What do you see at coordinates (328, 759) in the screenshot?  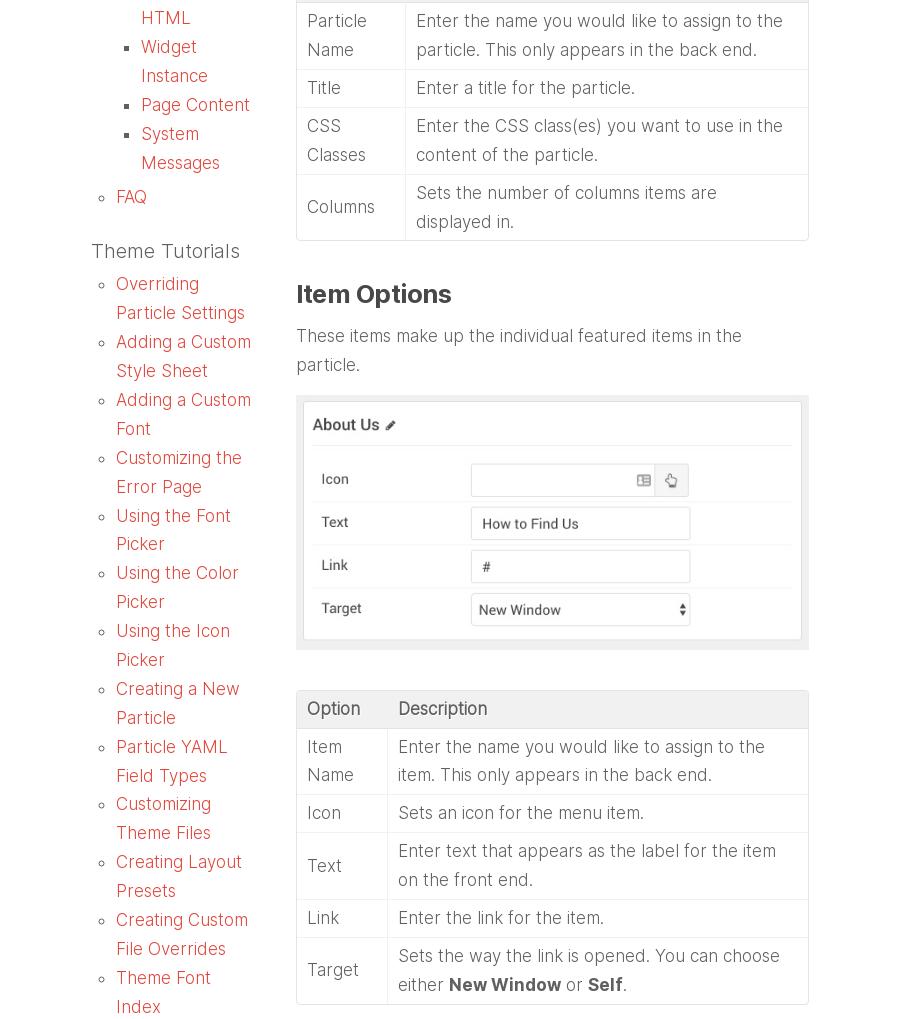 I see `'Item Name'` at bounding box center [328, 759].